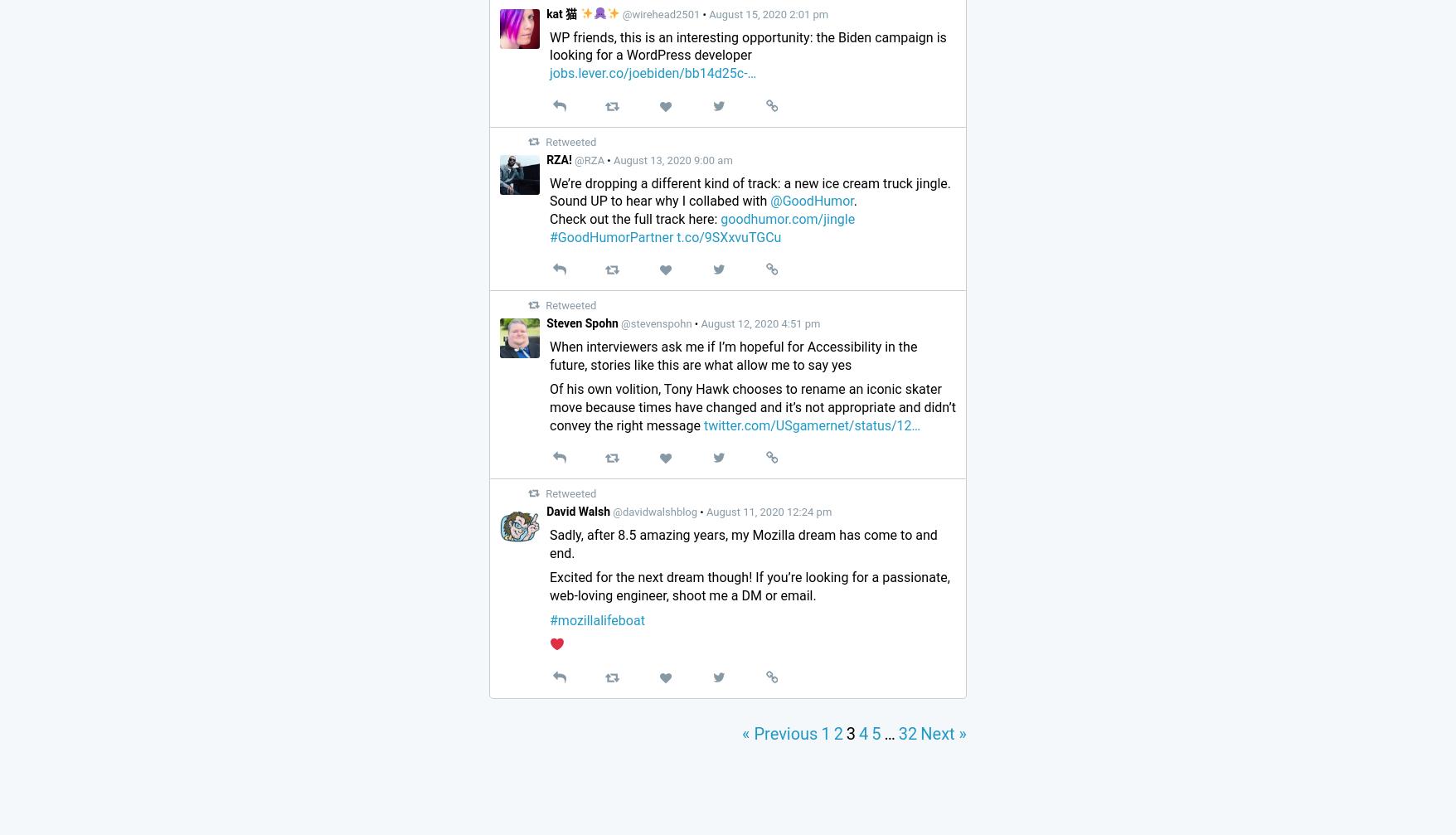  Describe the element at coordinates (655, 323) in the screenshot. I see `'@stevenspohn'` at that location.